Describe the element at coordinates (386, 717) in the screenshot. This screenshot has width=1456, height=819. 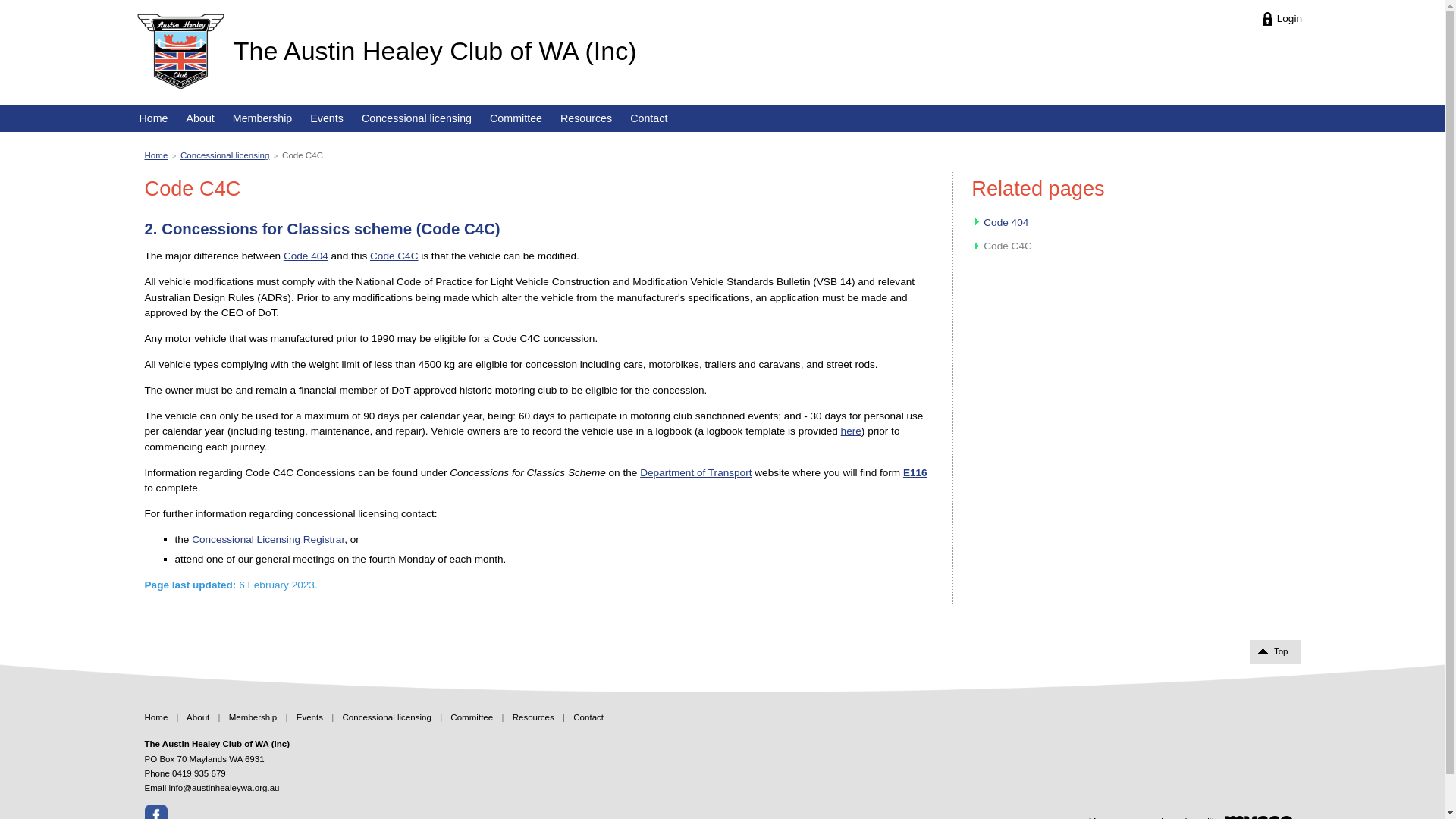
I see `'Concessional licensing'` at that location.